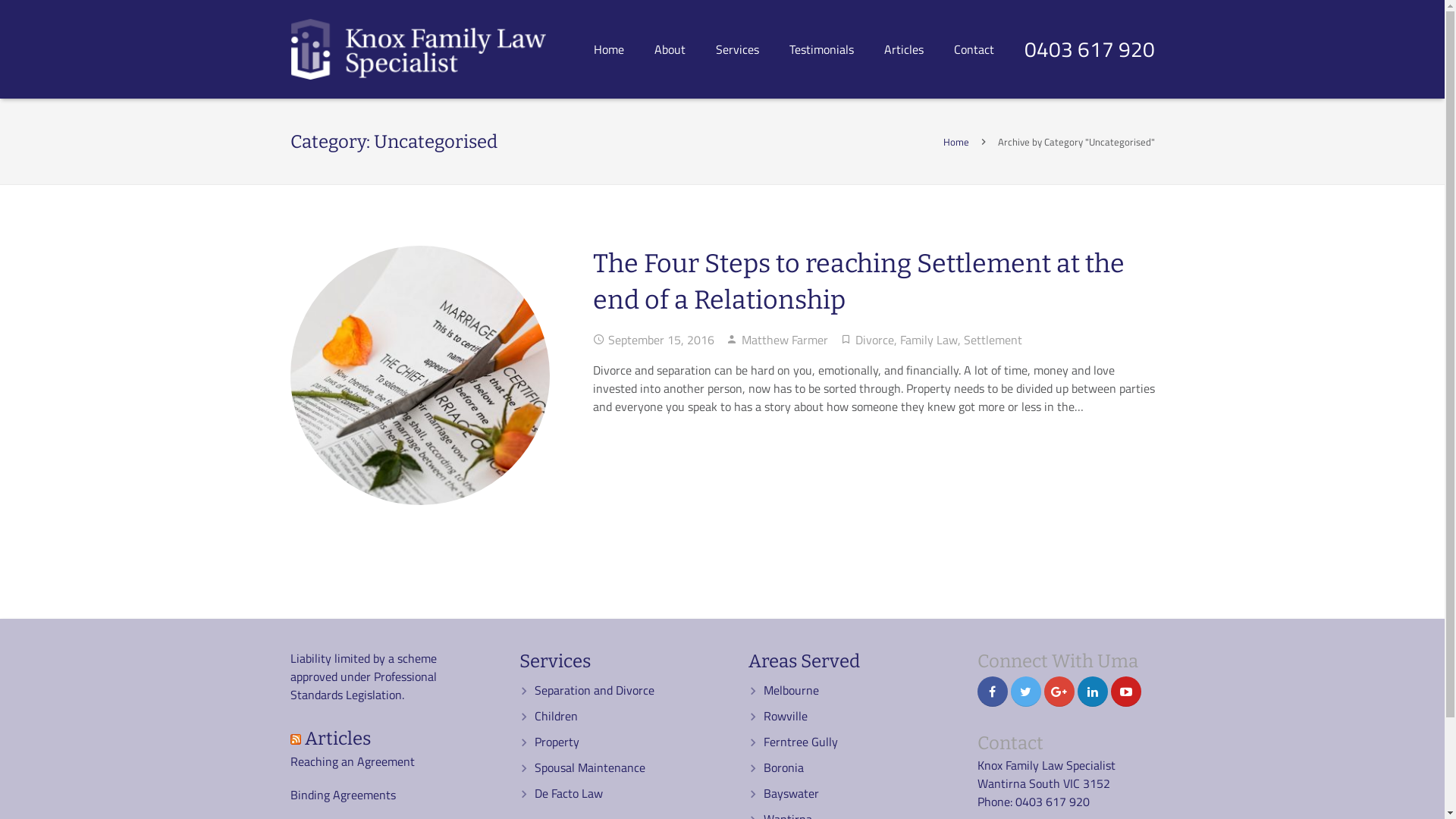  I want to click on 'Reaching an Agreement', so click(351, 761).